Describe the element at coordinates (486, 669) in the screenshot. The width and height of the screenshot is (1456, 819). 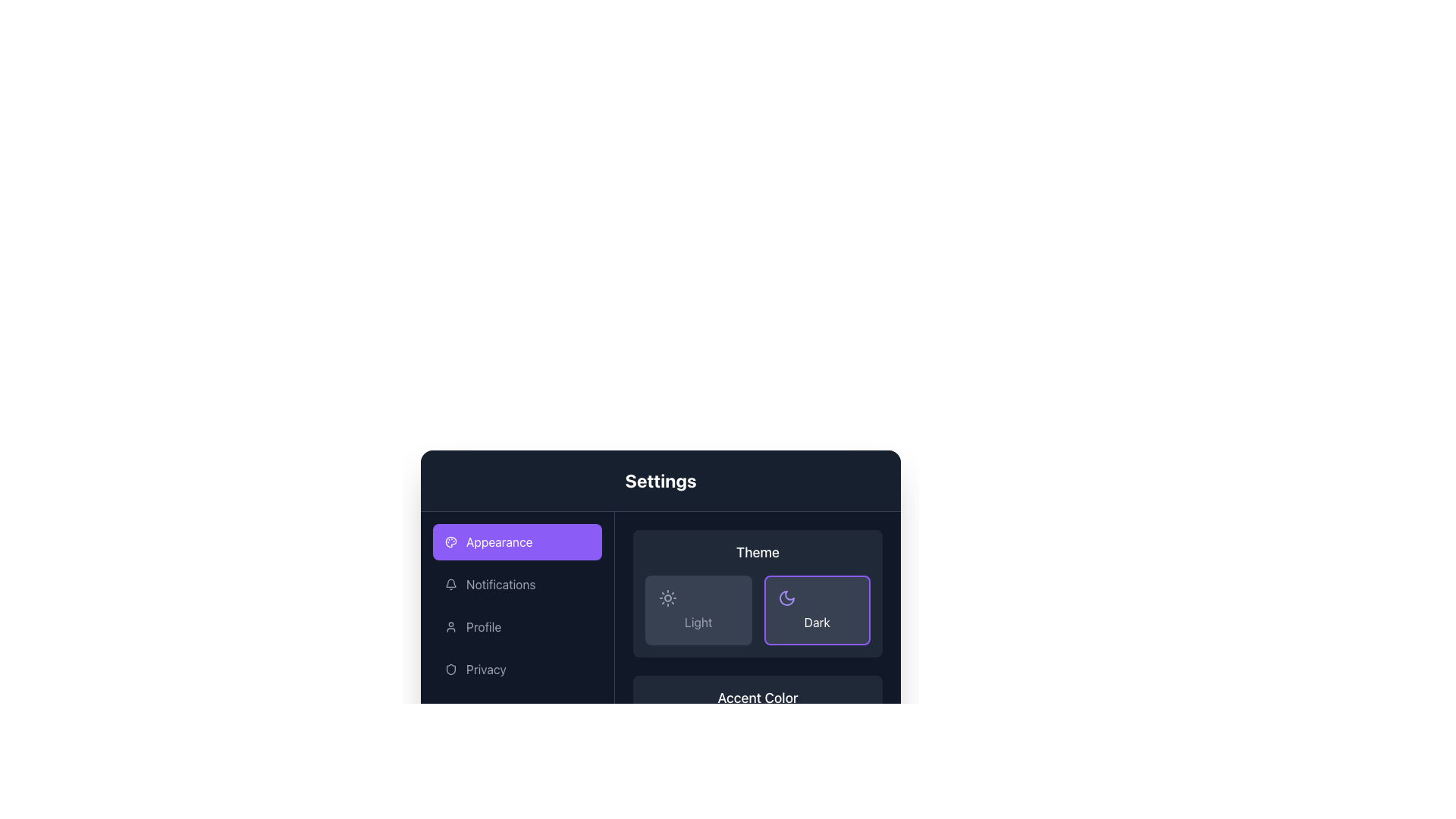
I see `the 'Privacy' text label in light gray color located in the settings menu on the left side of the interface to initiate an action` at that location.